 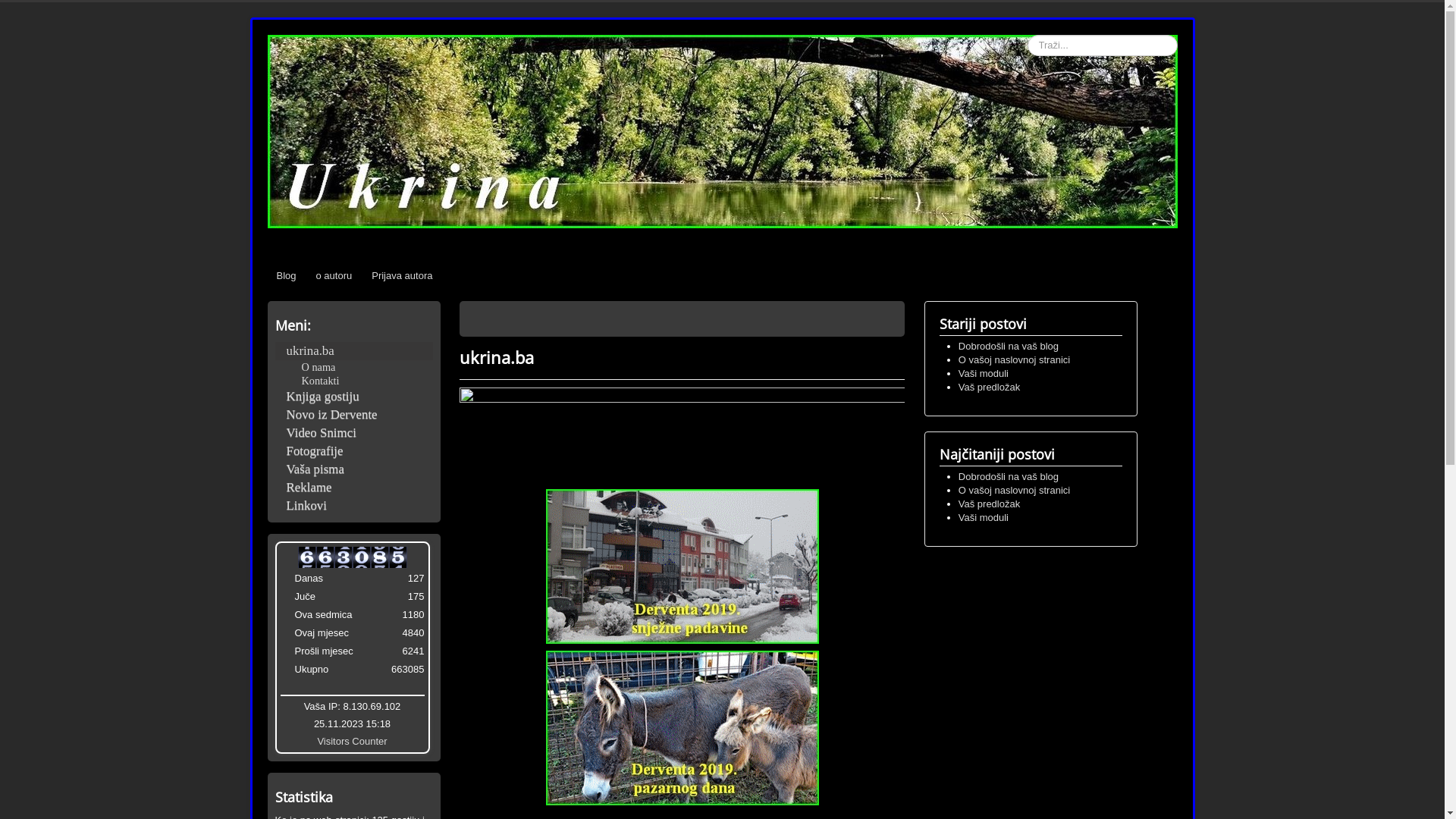 What do you see at coordinates (302, 379) in the screenshot?
I see `'Kontakti'` at bounding box center [302, 379].